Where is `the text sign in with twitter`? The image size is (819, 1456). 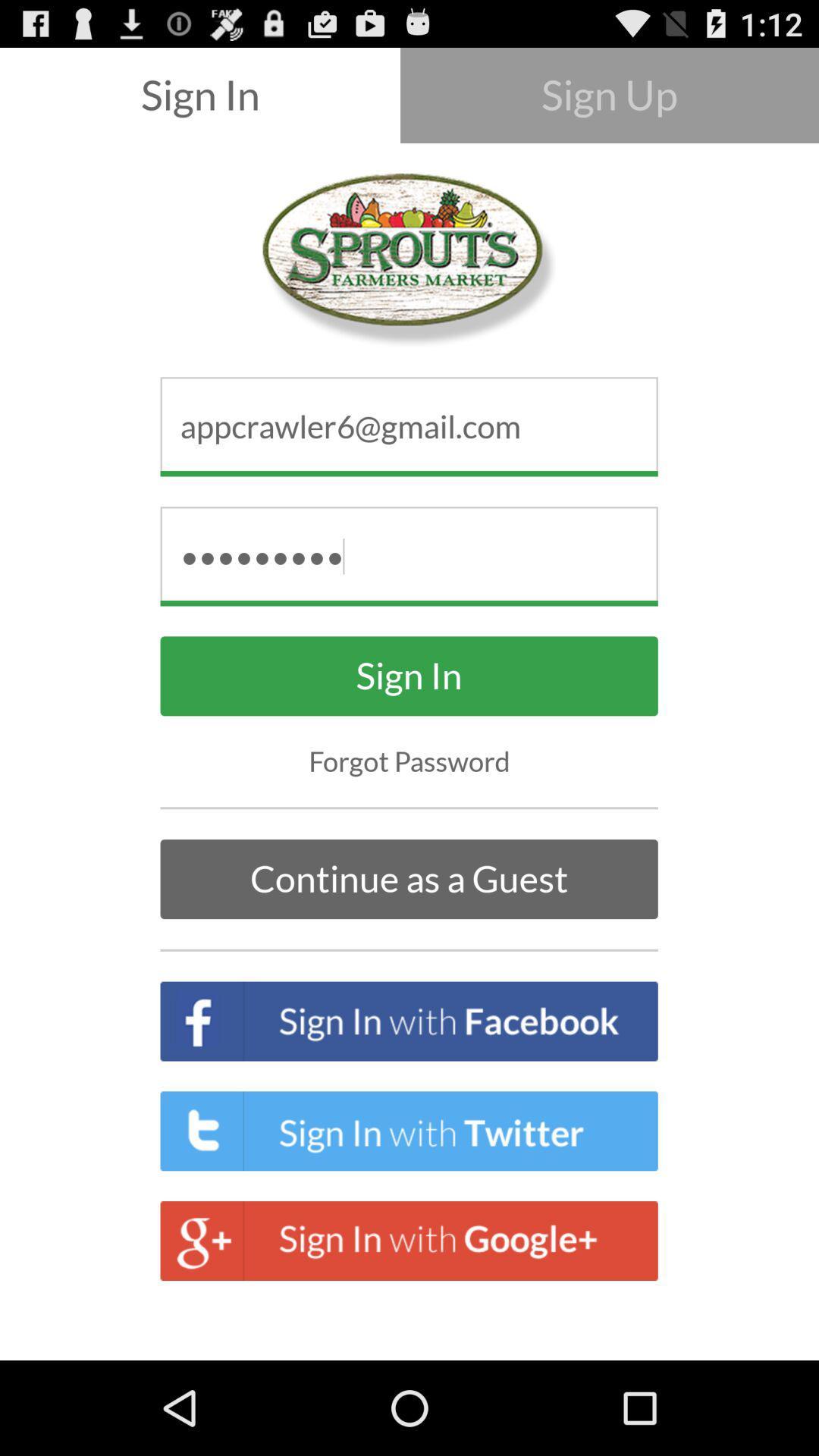
the text sign in with twitter is located at coordinates (409, 1131).